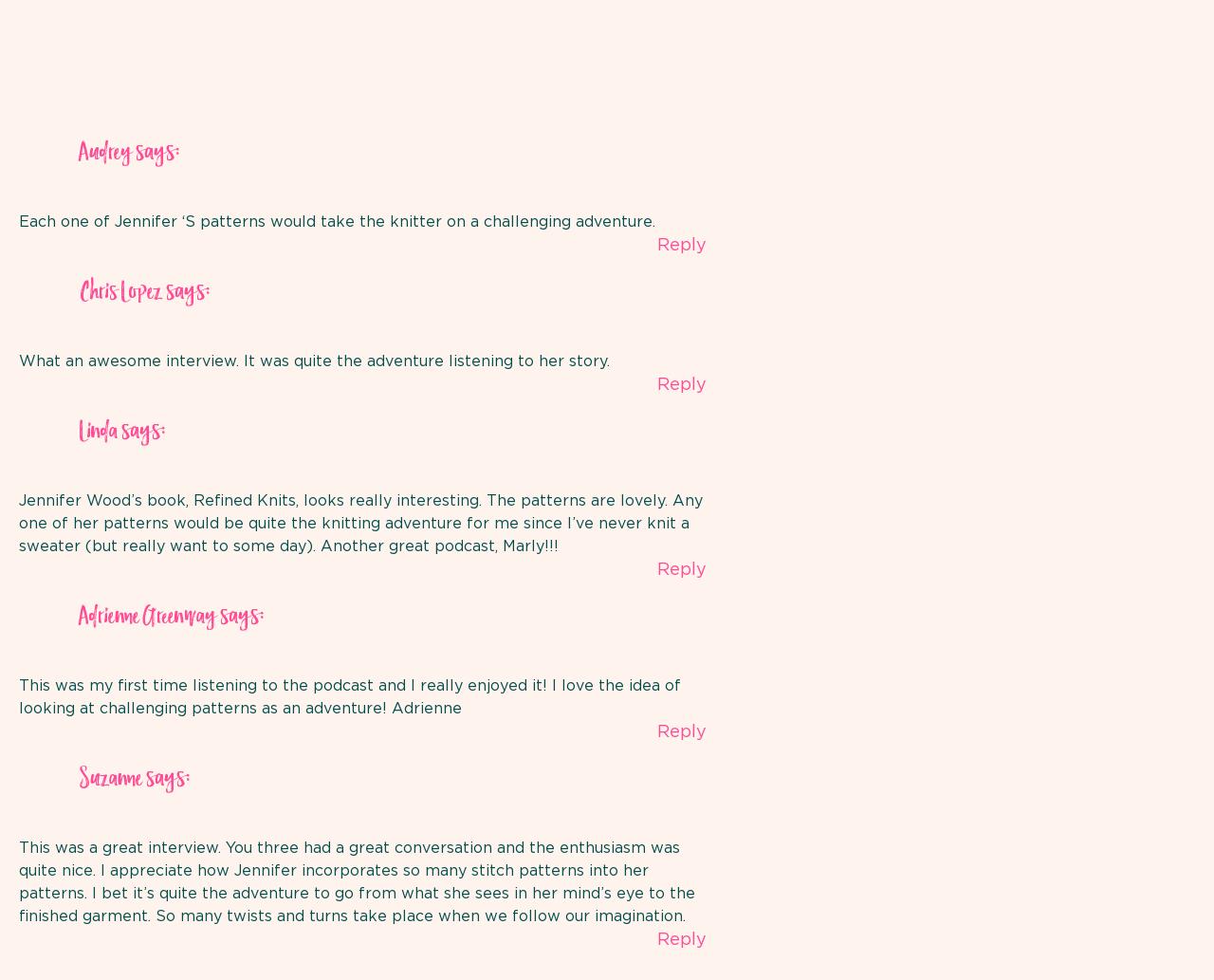  What do you see at coordinates (98, 432) in the screenshot?
I see `'Linda'` at bounding box center [98, 432].